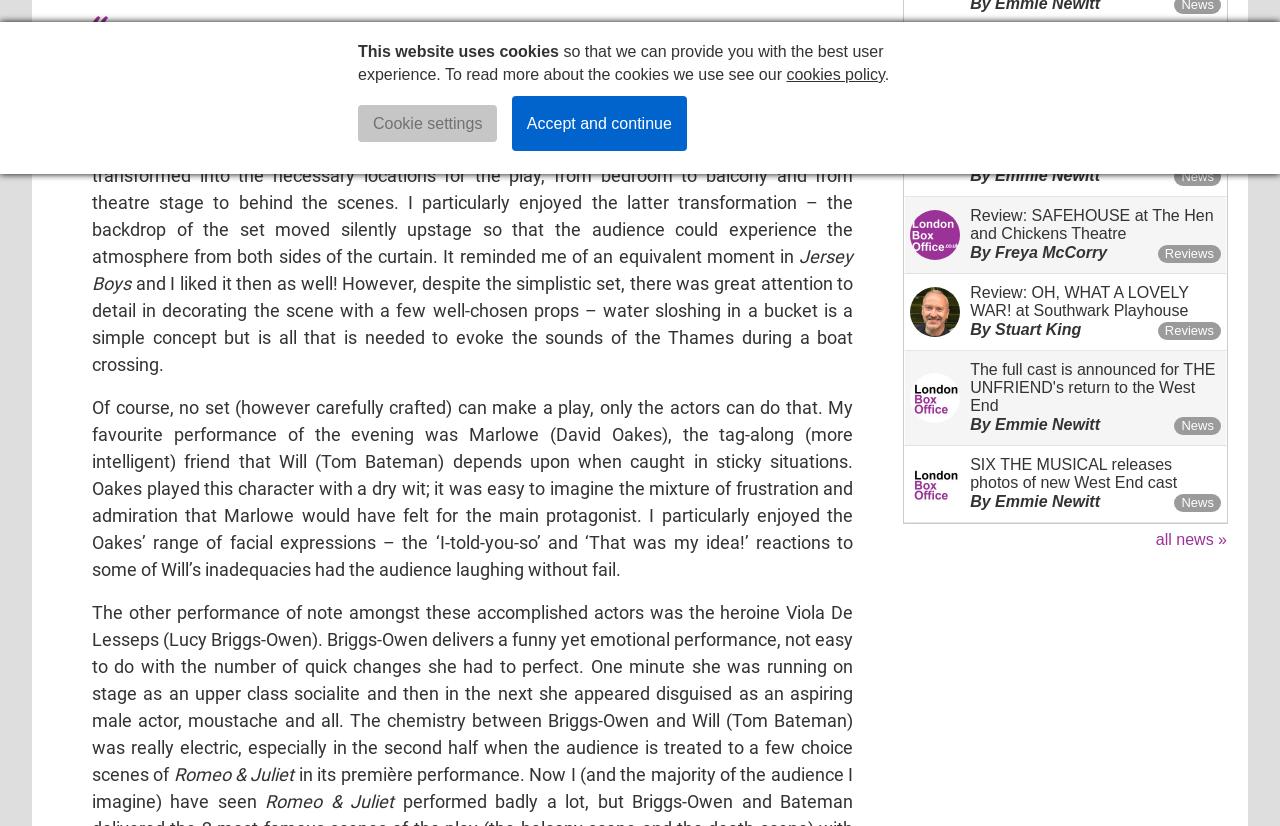  Describe the element at coordinates (1037, 327) in the screenshot. I see `'Stuart King'` at that location.